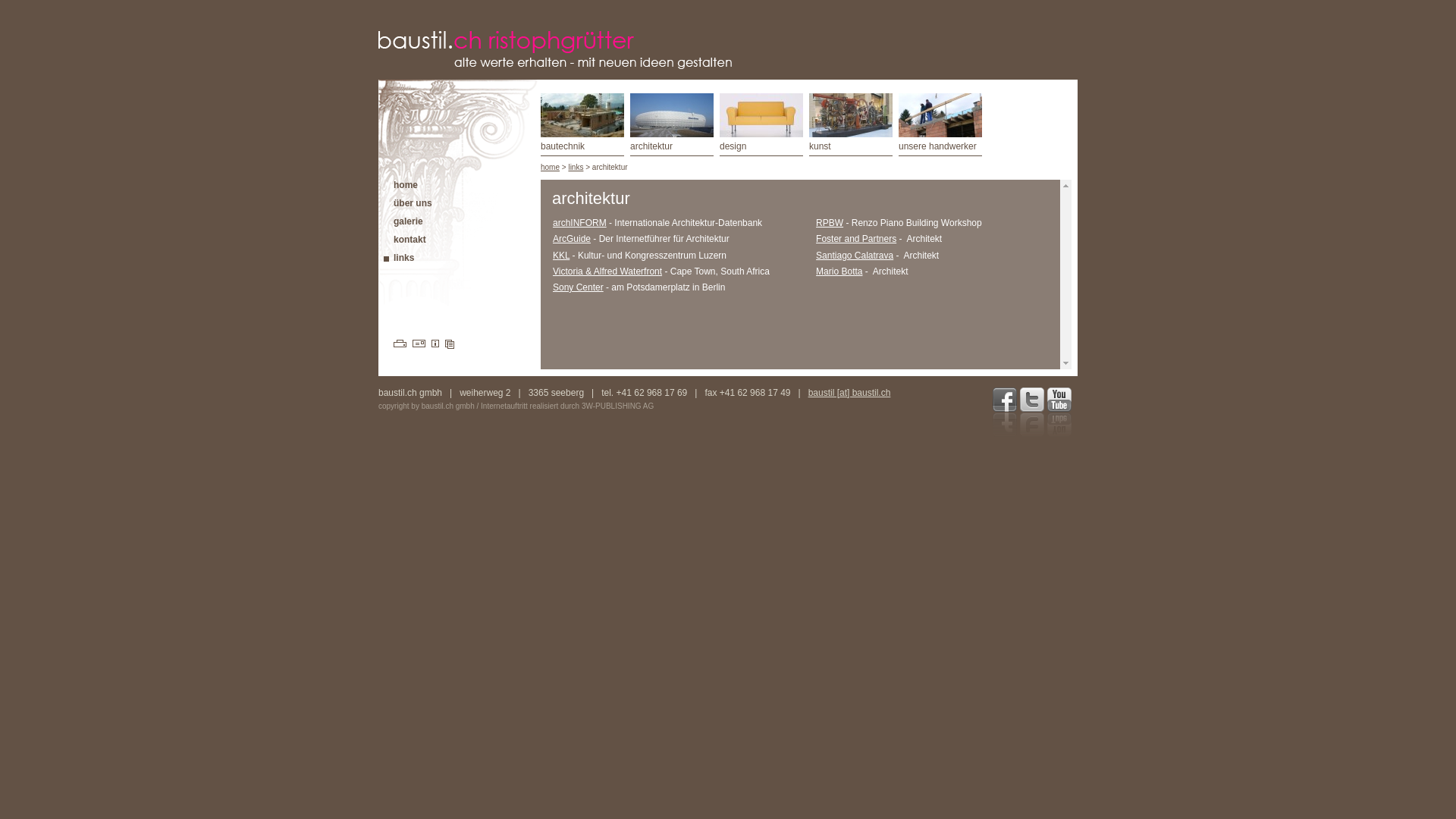 This screenshot has width=1456, height=819. Describe the element at coordinates (829, 222) in the screenshot. I see `'RPBW'` at that location.